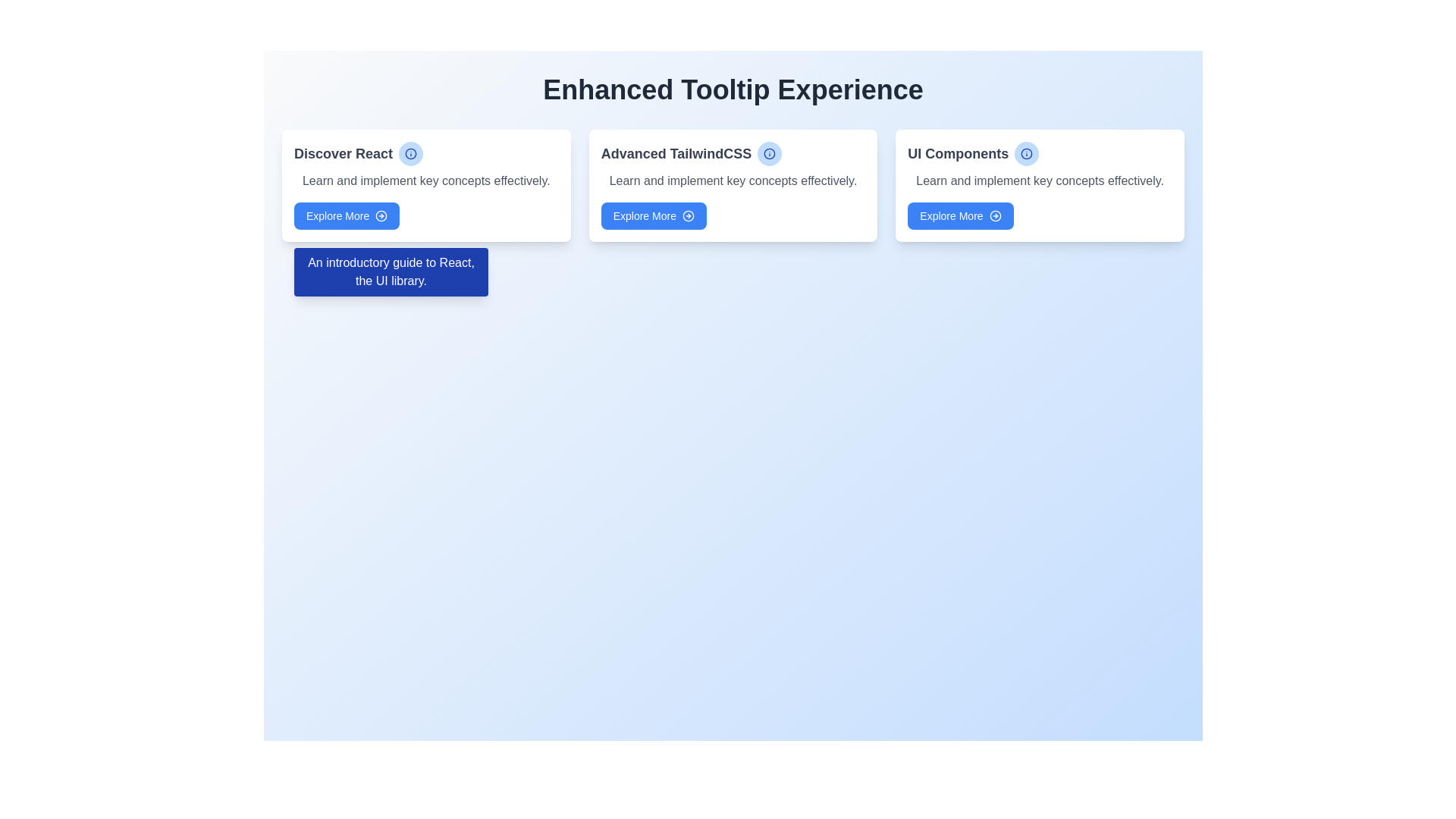 The height and width of the screenshot is (819, 1456). What do you see at coordinates (960, 216) in the screenshot?
I see `the button located at the bottom right corner of the 'UI Components' section` at bounding box center [960, 216].